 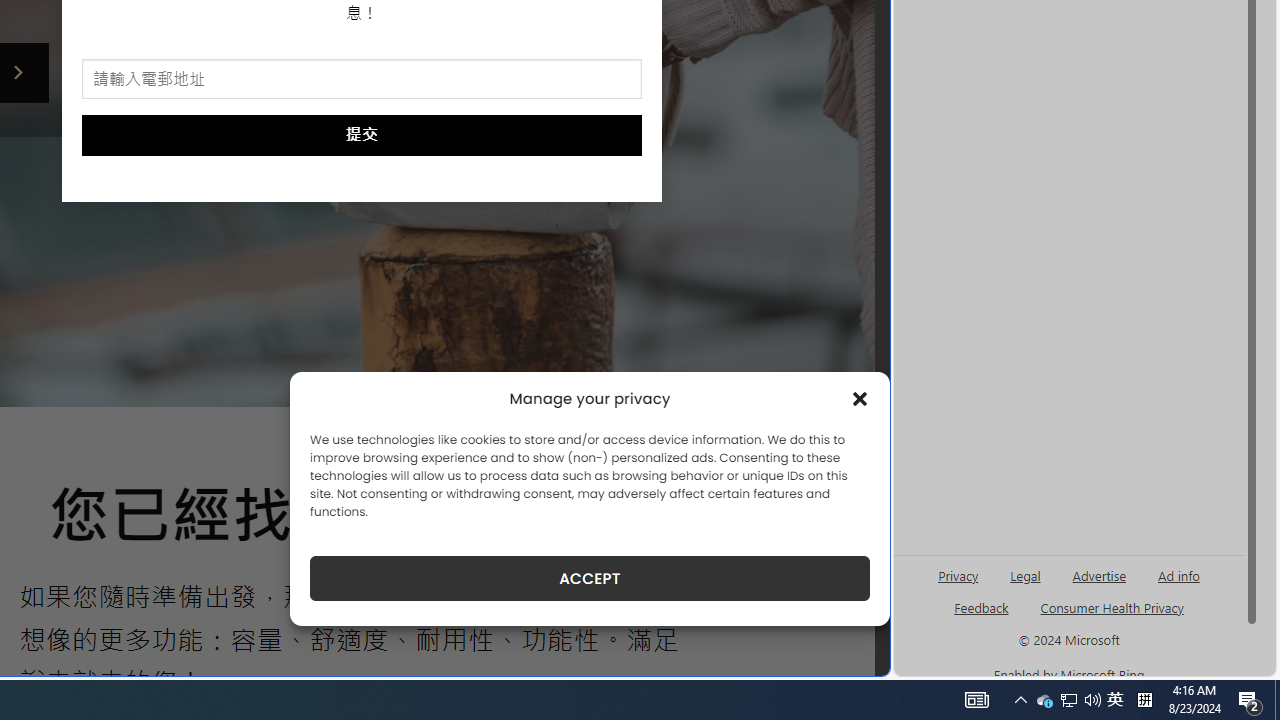 What do you see at coordinates (589, 578) in the screenshot?
I see `'ACCEPT'` at bounding box center [589, 578].